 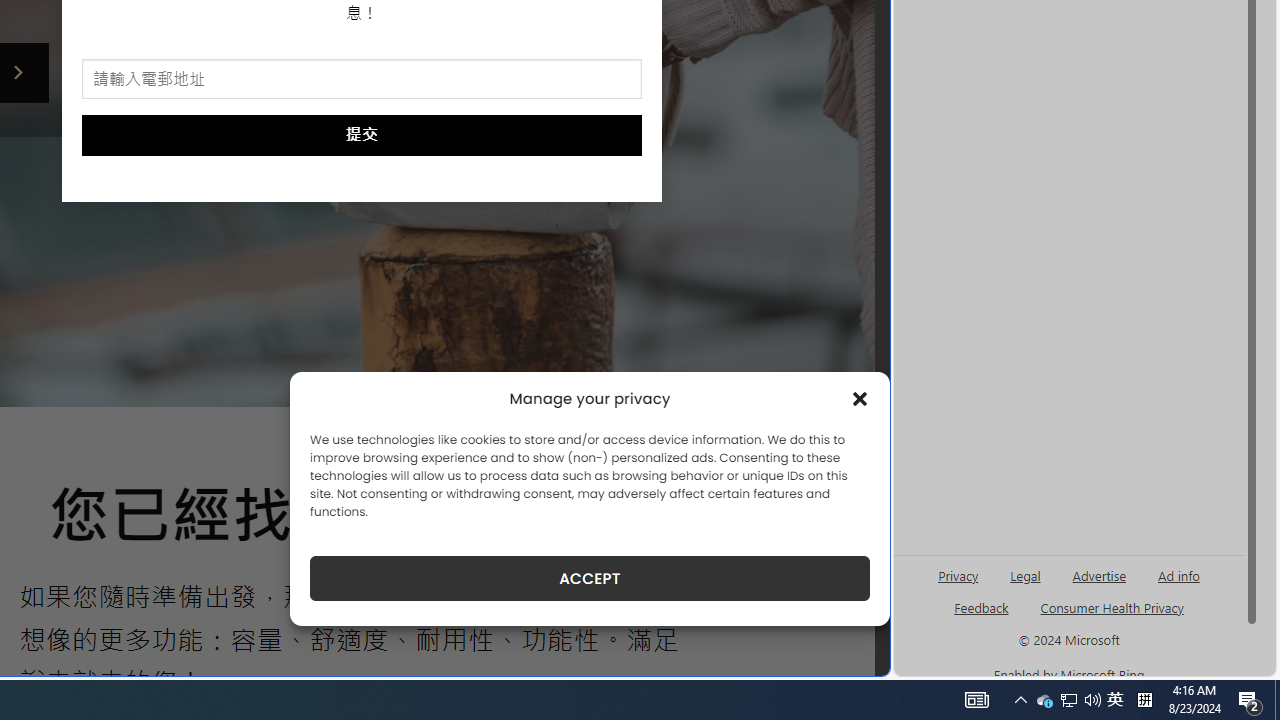 What do you see at coordinates (589, 578) in the screenshot?
I see `'ACCEPT'` at bounding box center [589, 578].